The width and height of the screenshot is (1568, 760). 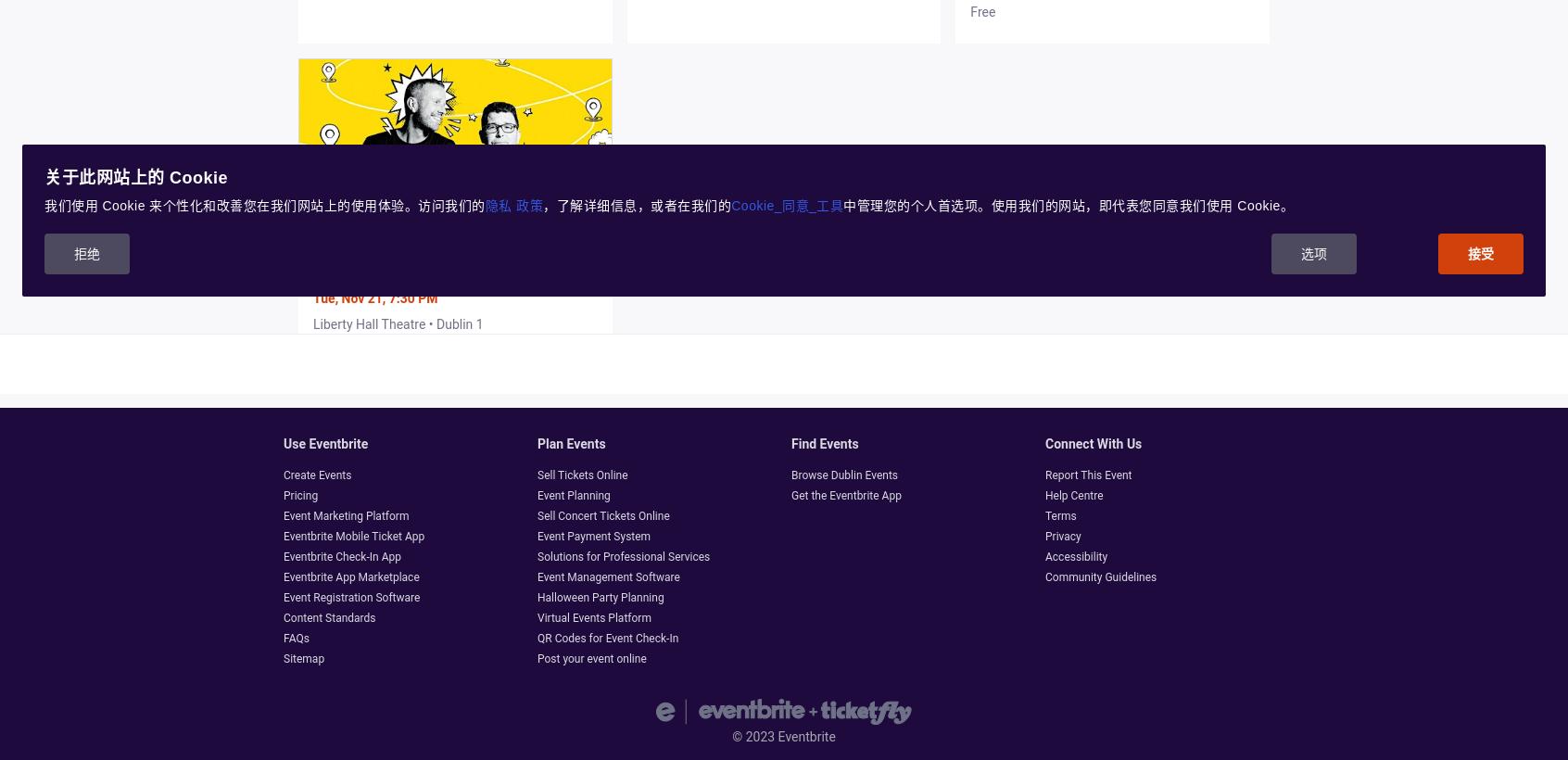 I want to click on '我们使用 Cookie 来个性化和改善您在我们网站上的使用体验。访问我们的', so click(x=263, y=204).